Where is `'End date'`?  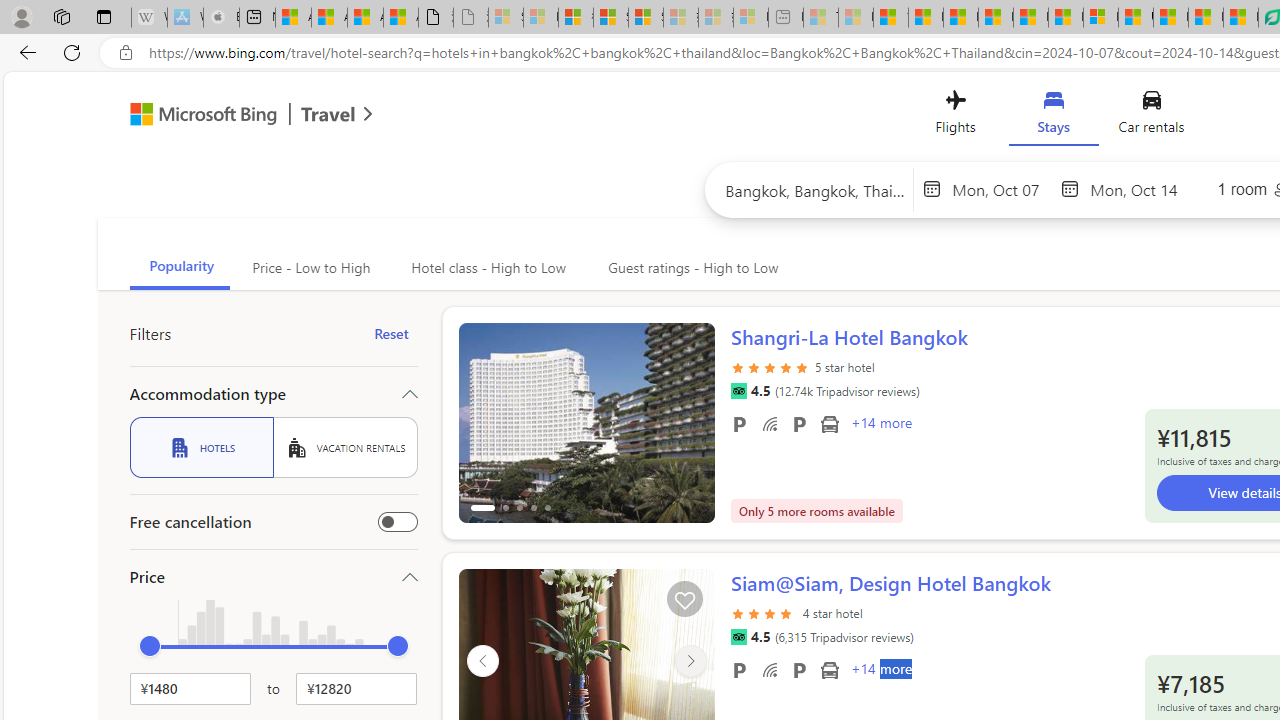
'End date' is located at coordinates (1139, 189).